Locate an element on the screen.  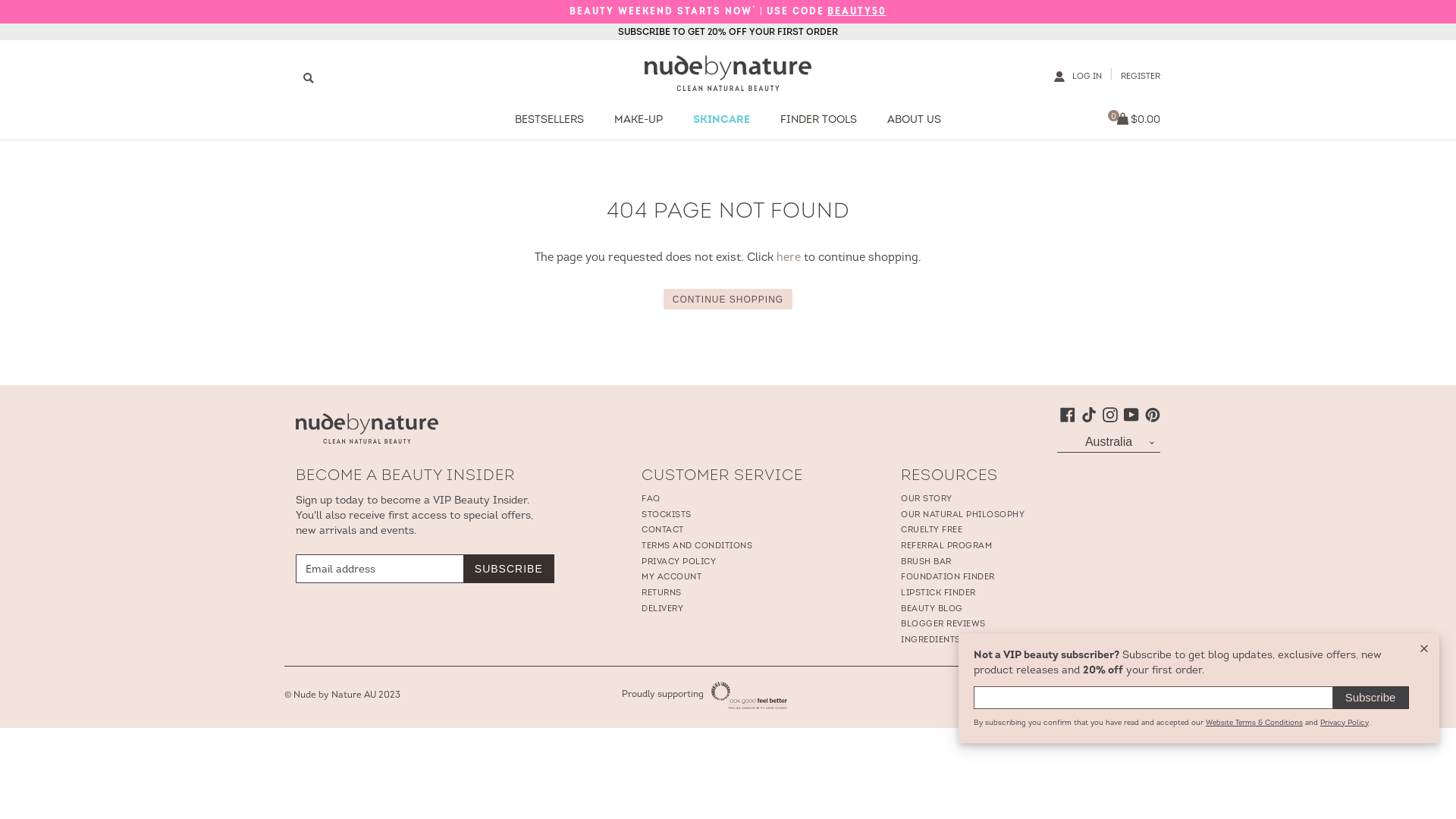
'SKINCARE' is located at coordinates (720, 118).